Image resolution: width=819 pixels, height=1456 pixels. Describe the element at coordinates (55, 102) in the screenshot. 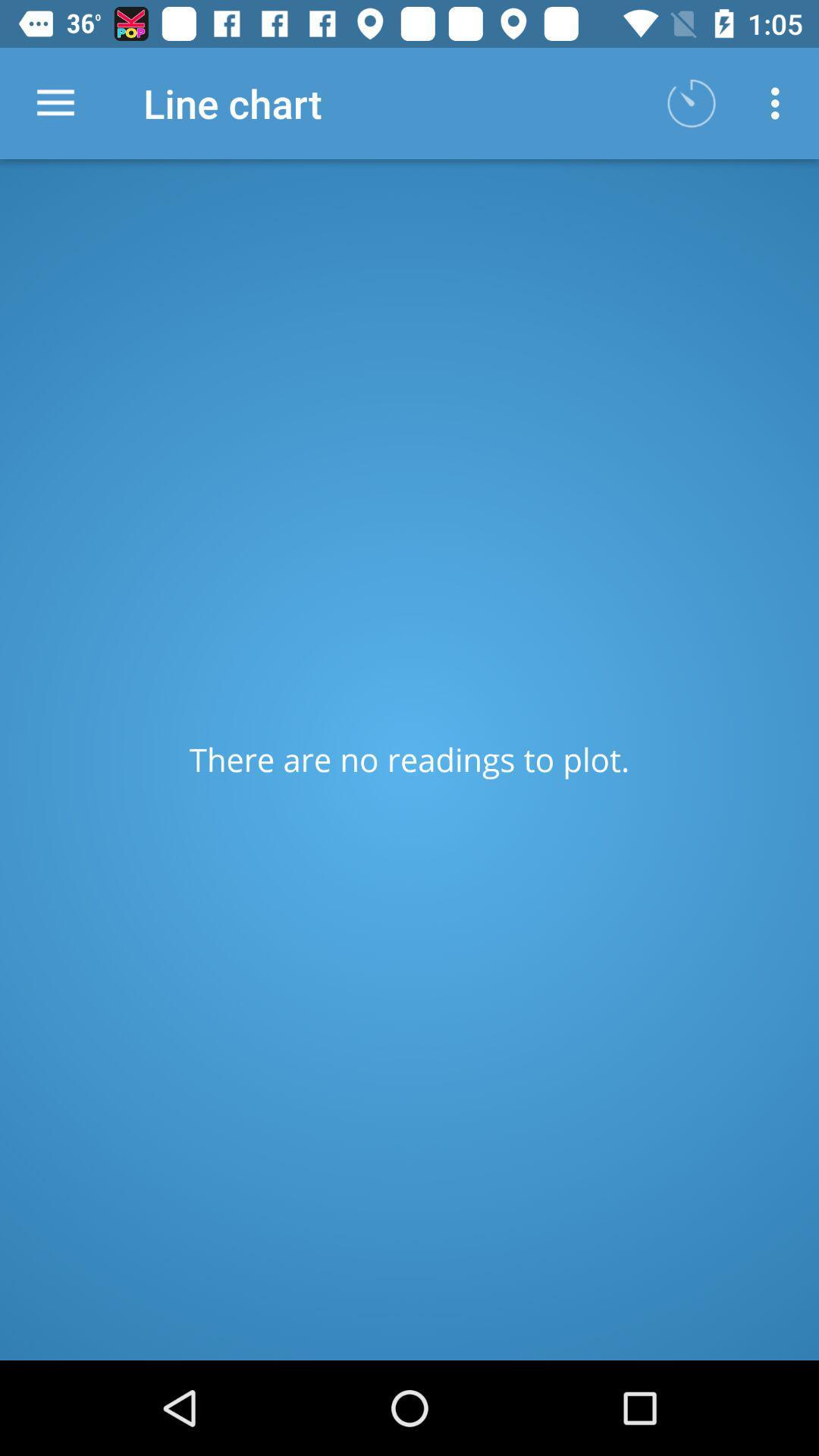

I see `item to the left of line chart item` at that location.